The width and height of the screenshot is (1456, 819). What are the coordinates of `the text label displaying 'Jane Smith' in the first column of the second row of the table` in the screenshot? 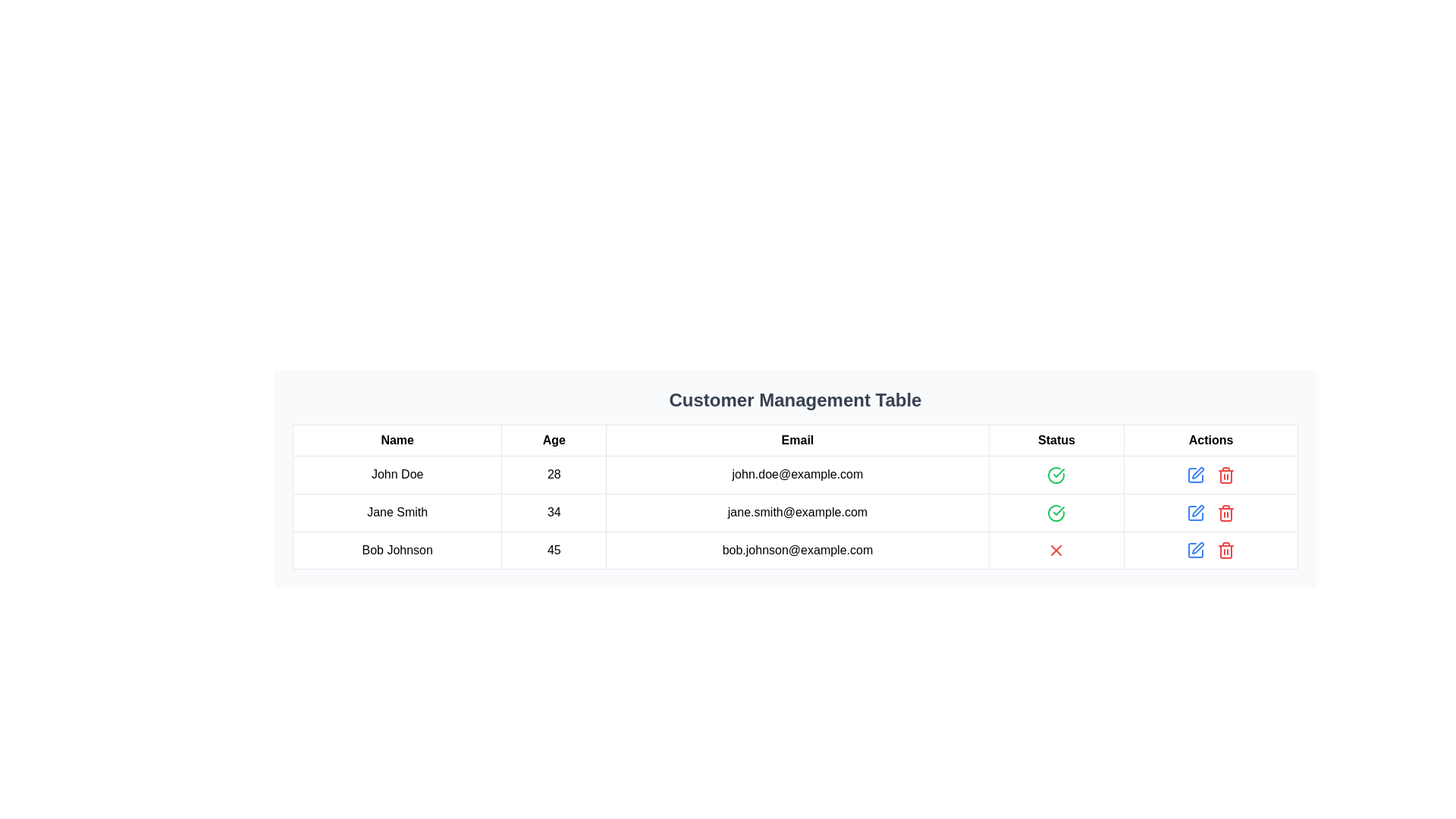 It's located at (397, 512).